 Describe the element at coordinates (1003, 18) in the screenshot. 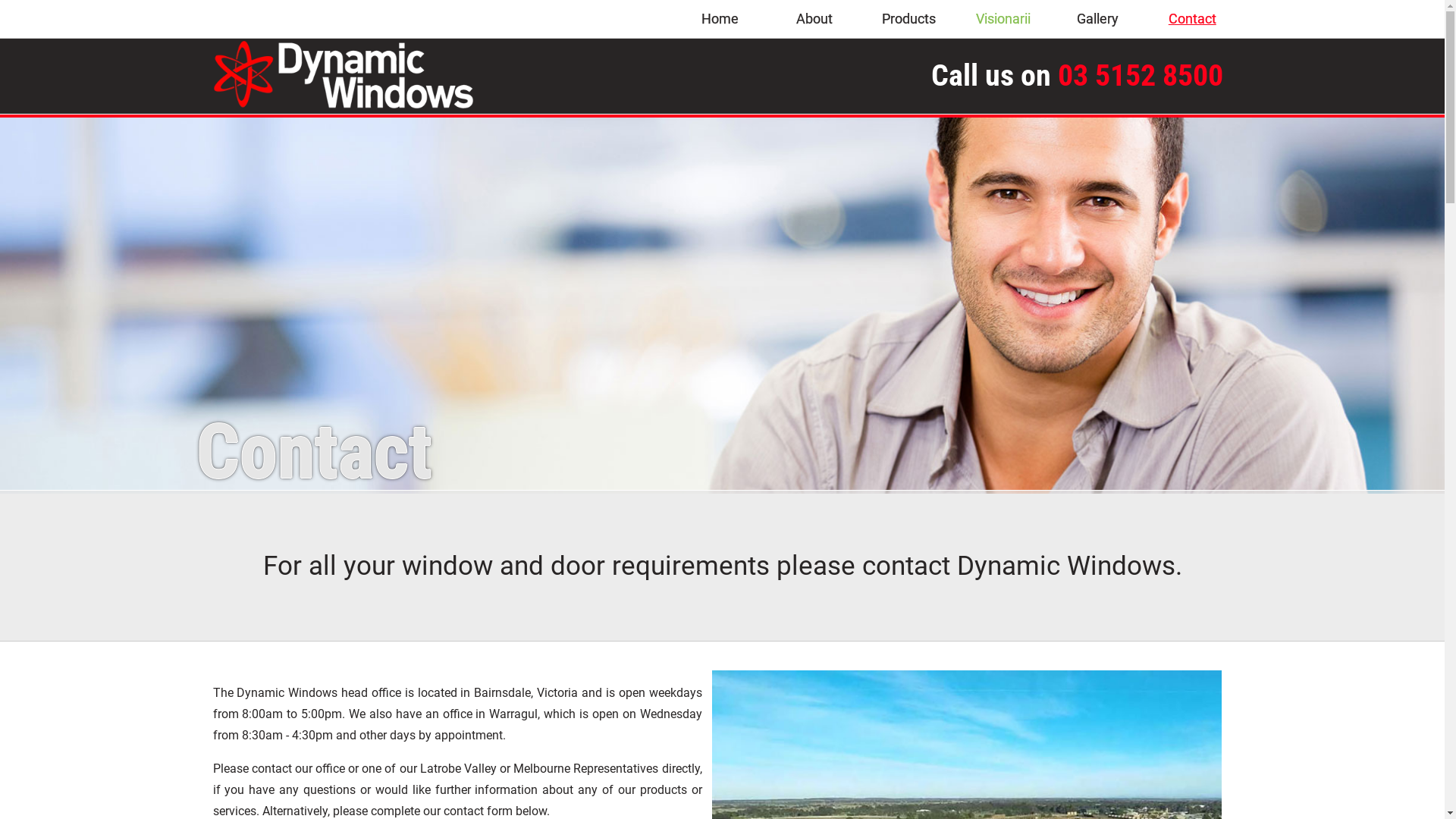

I see `'Visionarii'` at that location.